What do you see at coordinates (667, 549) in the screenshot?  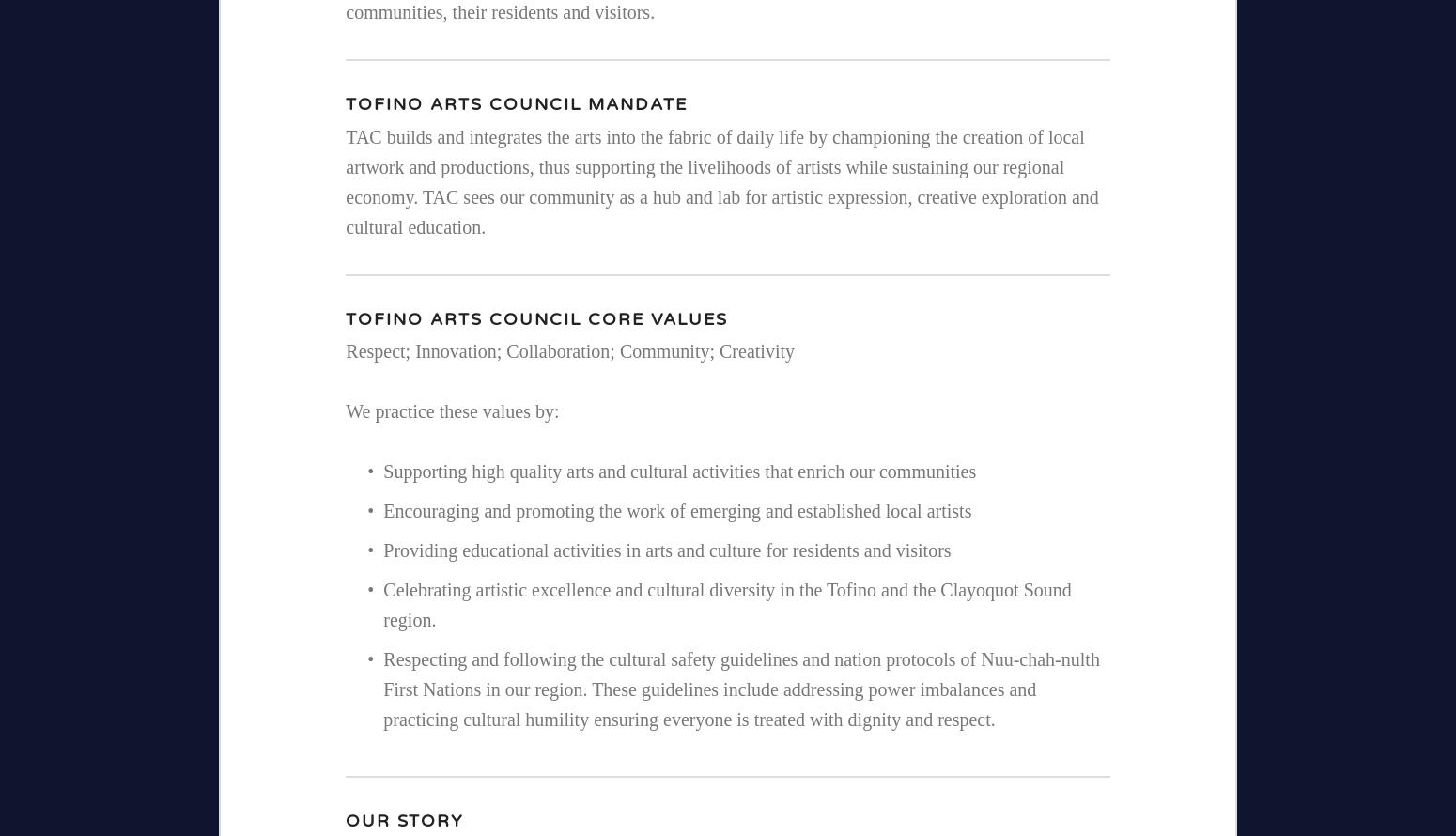 I see `'Providing educational activities in arts and culture for residents and visitors'` at bounding box center [667, 549].